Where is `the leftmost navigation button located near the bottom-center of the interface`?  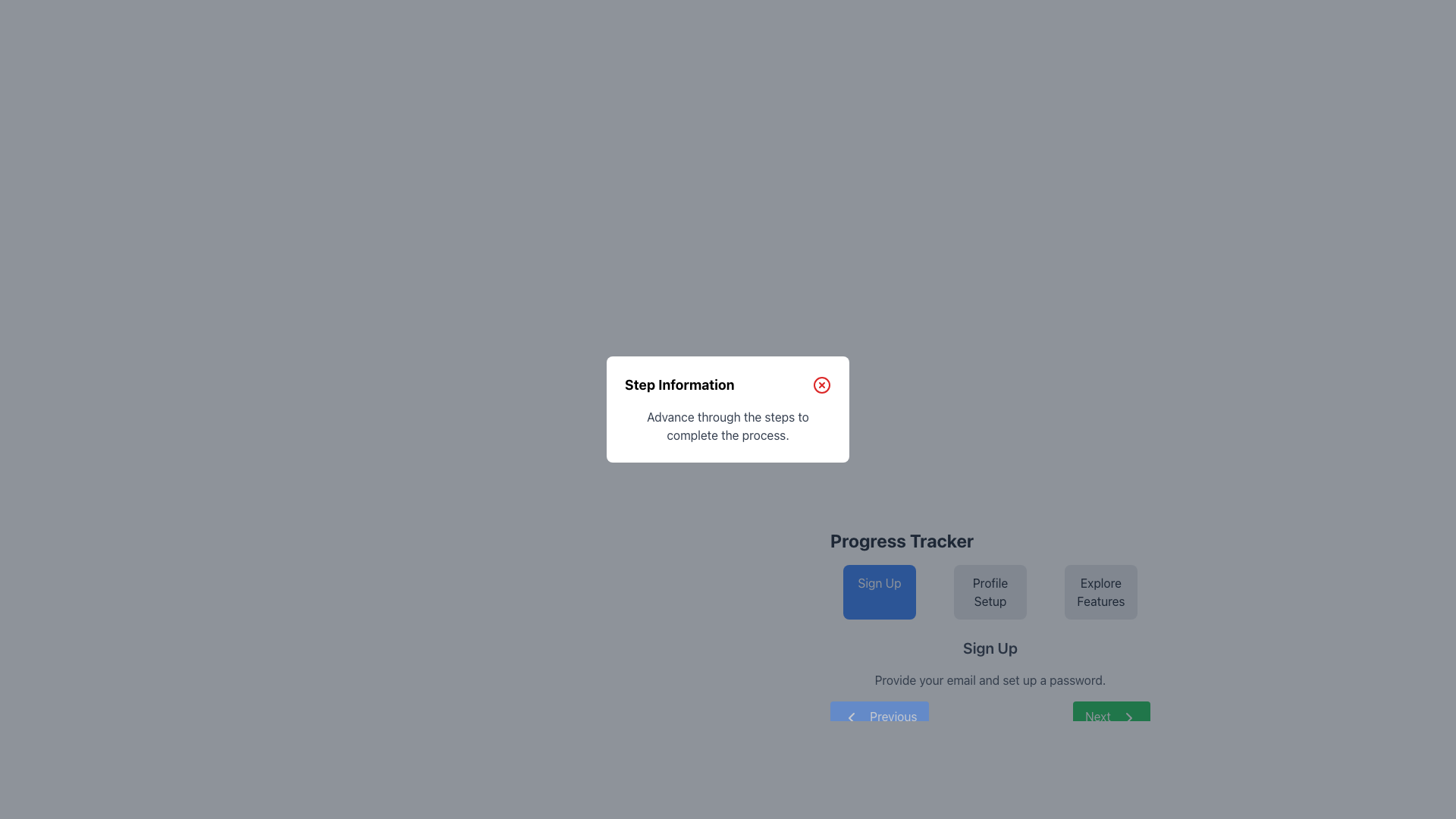 the leftmost navigation button located near the bottom-center of the interface is located at coordinates (880, 717).